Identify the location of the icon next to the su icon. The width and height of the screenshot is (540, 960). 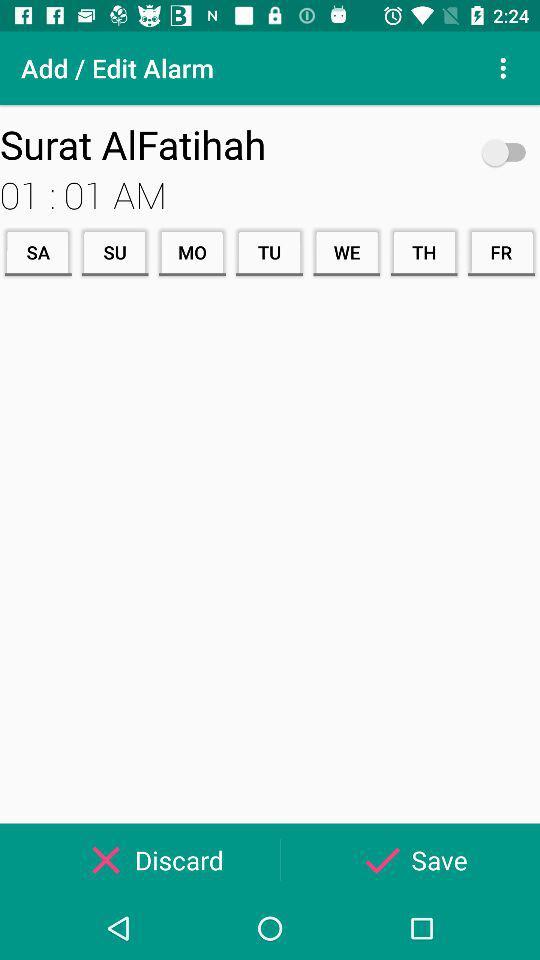
(38, 251).